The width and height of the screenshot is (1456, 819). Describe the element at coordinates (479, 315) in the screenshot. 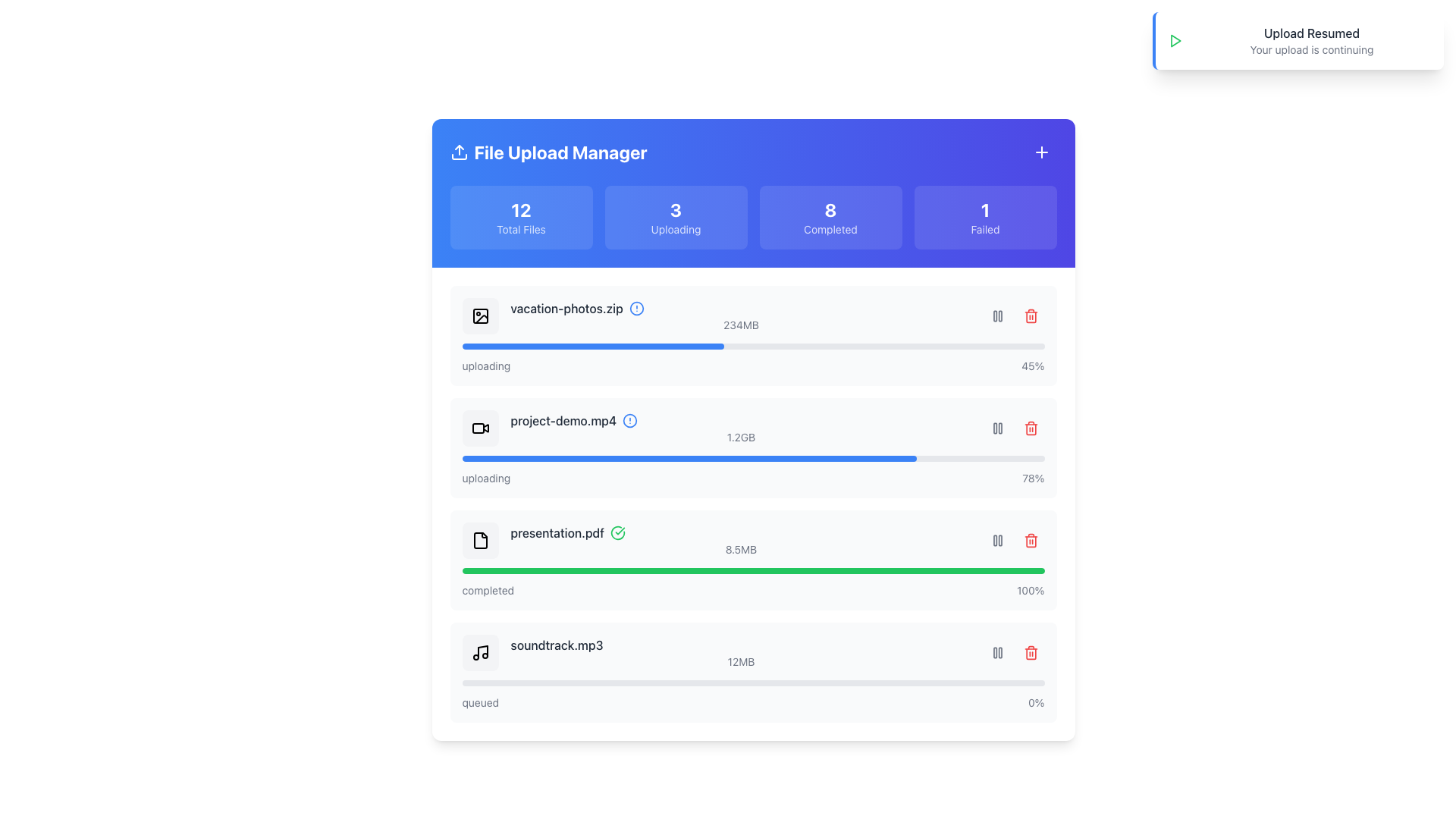

I see `the identifying icon for the file type located in the first file upload entry, aligned to the left side` at that location.